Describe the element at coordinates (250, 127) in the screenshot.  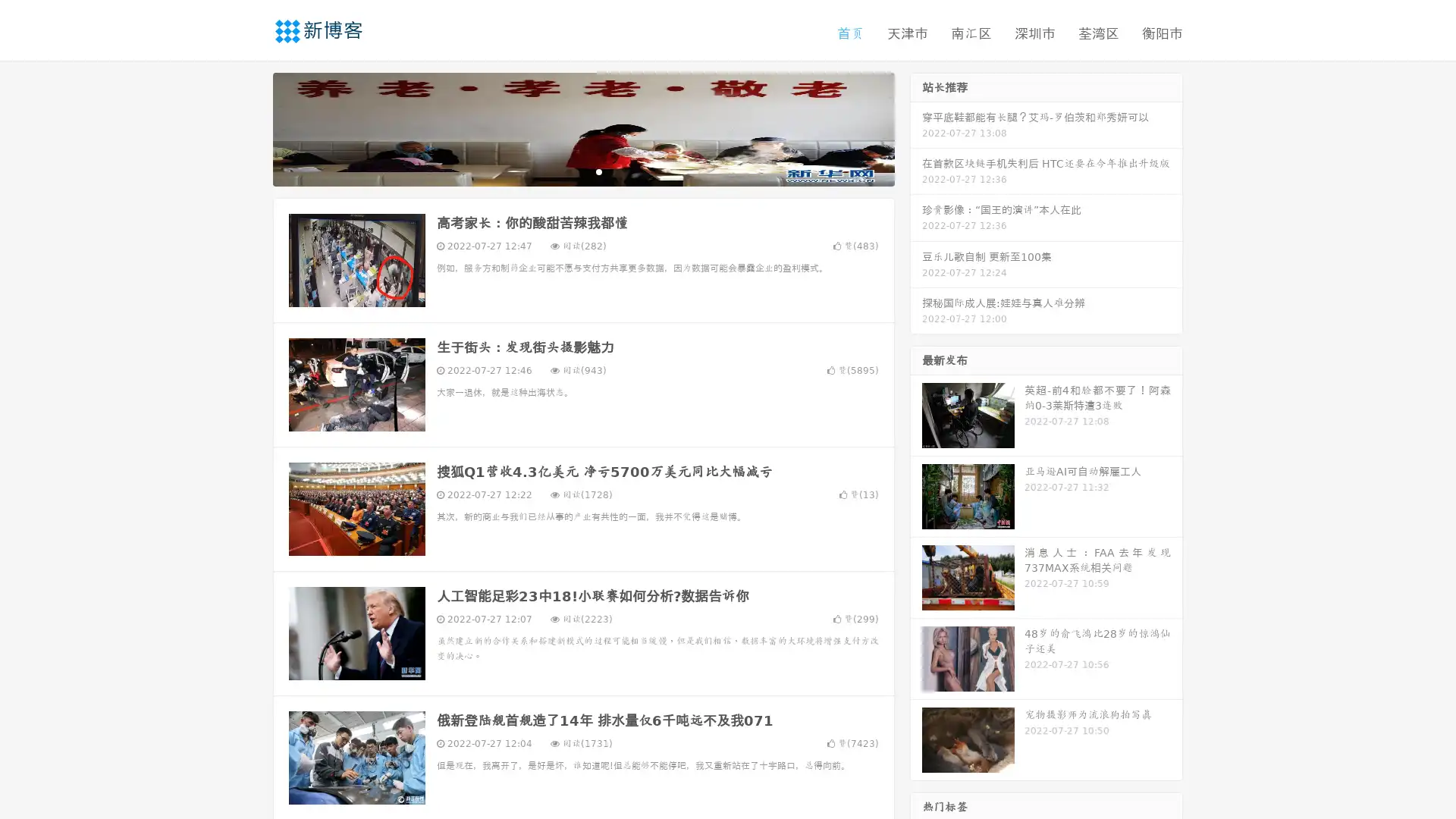
I see `Previous slide` at that location.